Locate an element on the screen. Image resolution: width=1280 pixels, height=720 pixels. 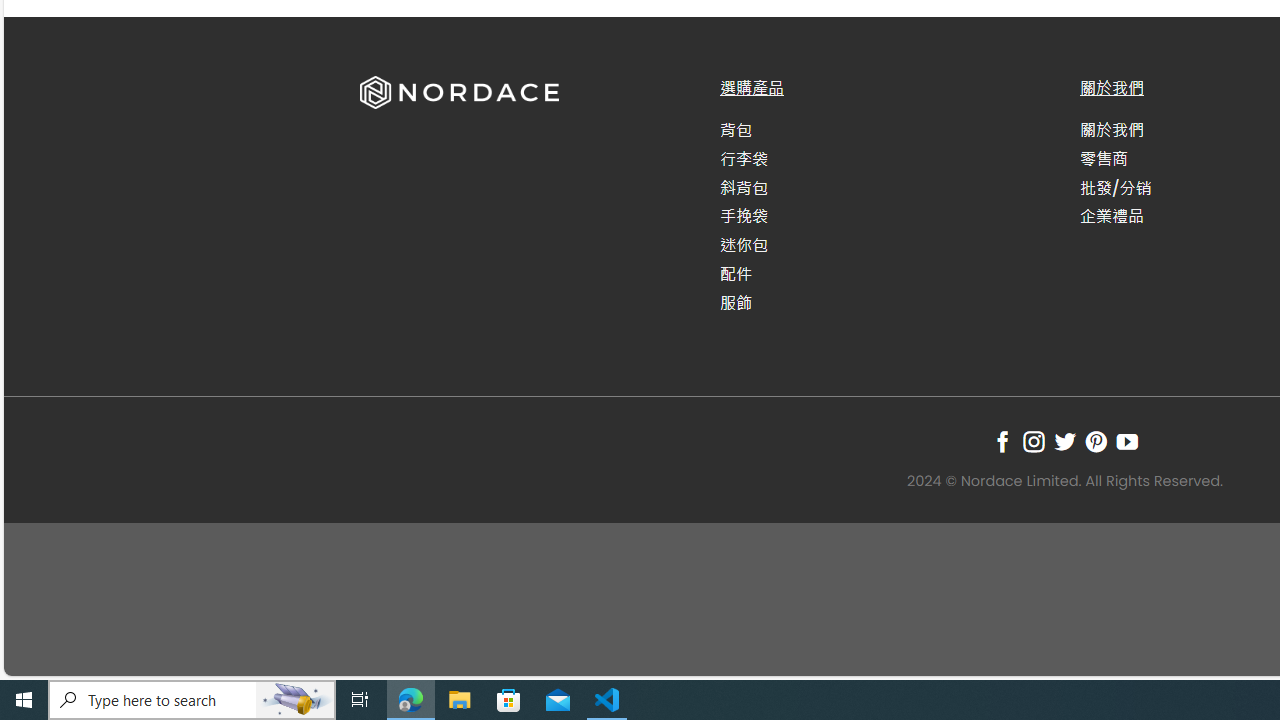
'Follow on Twitter' is located at coordinates (1063, 440).